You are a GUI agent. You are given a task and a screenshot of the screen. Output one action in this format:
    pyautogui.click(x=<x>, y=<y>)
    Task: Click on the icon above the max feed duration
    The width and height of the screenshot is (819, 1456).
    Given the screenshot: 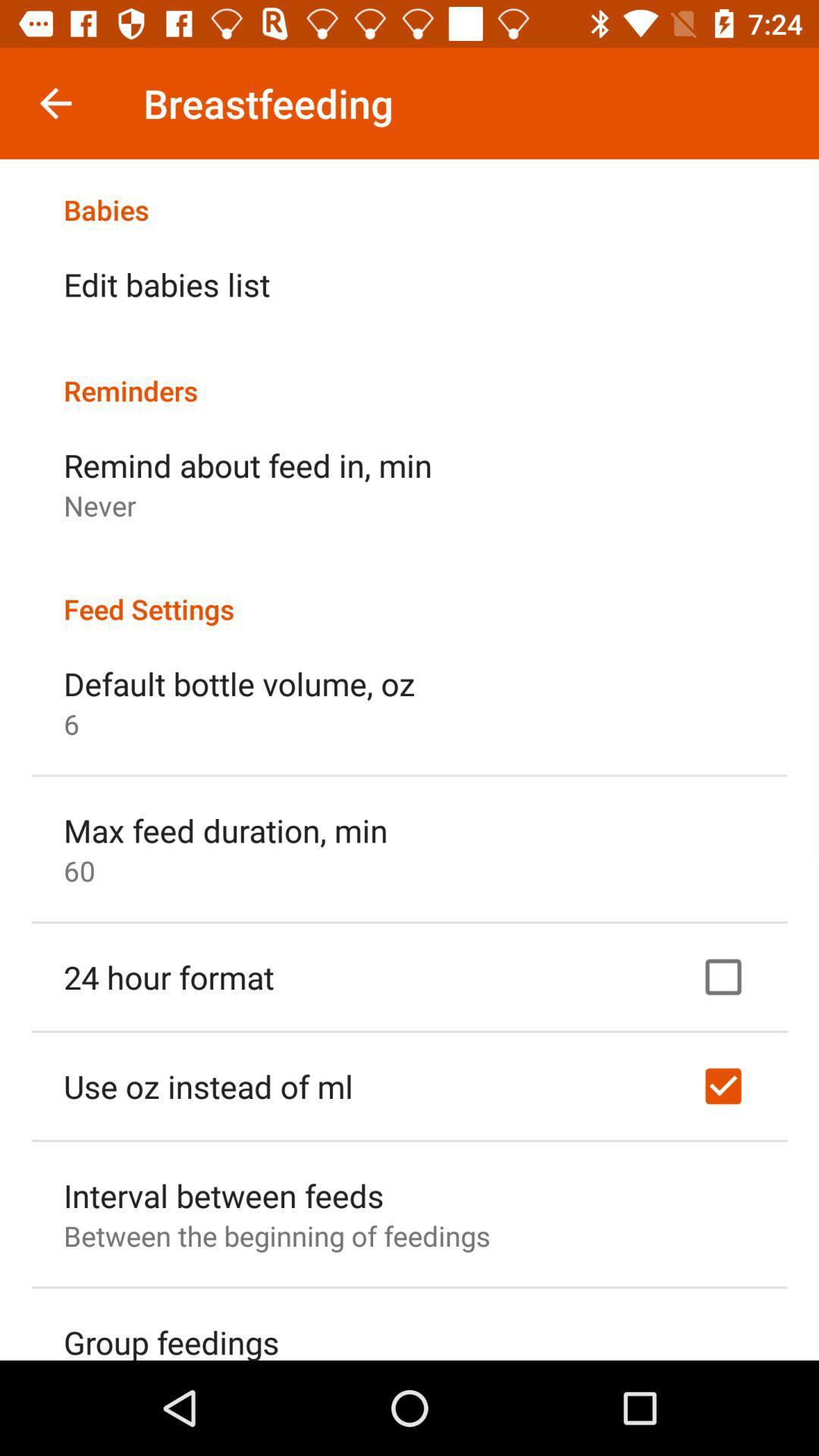 What is the action you would take?
    pyautogui.click(x=71, y=723)
    